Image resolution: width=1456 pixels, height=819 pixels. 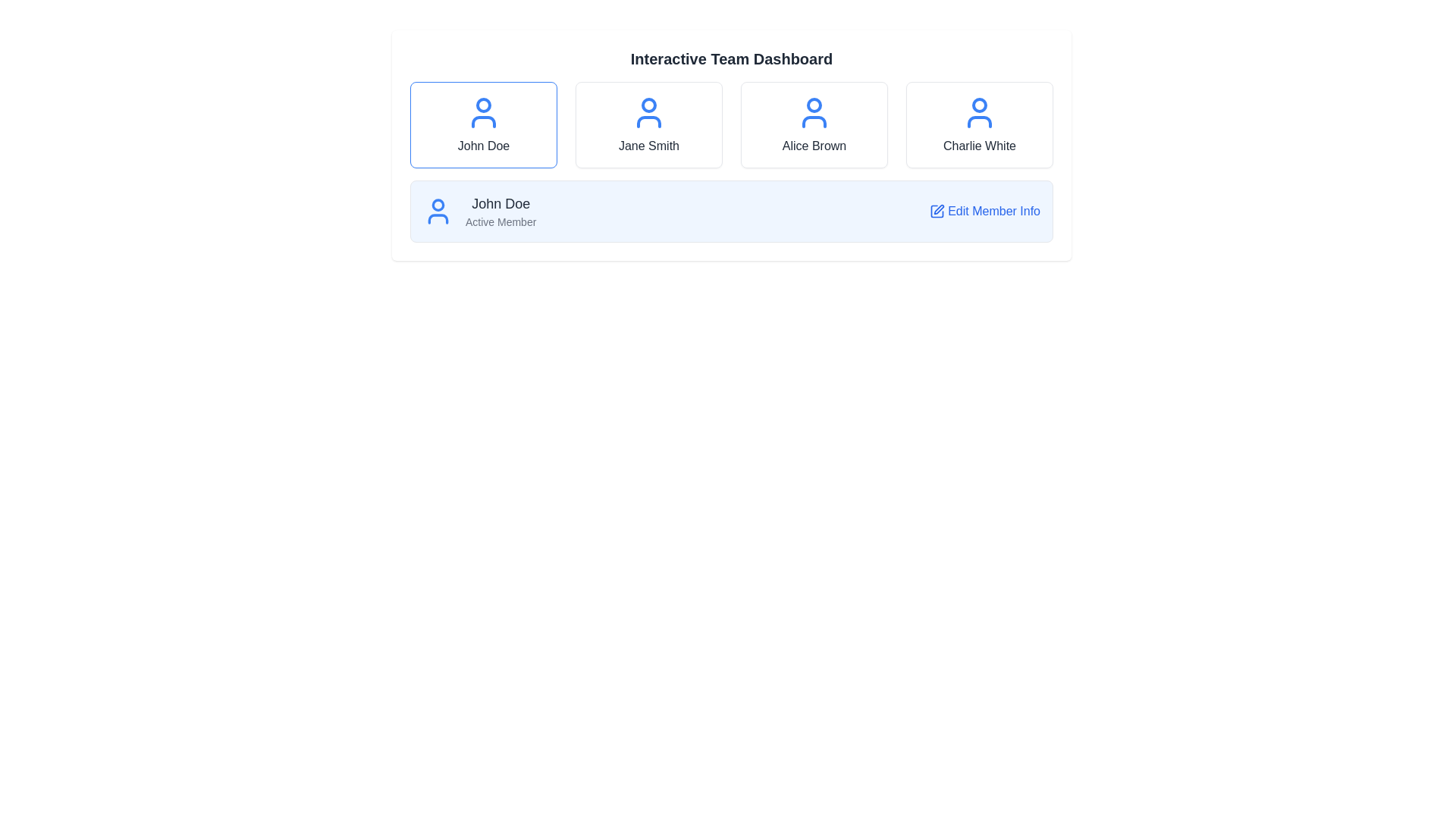 What do you see at coordinates (483, 104) in the screenshot?
I see `the circular shape positioned at the top center of the 'John Doe' icon, which is part of the user profile icon design in the first position among the horizontal row of user icons under the 'Interactive Team Dashboard' heading` at bounding box center [483, 104].